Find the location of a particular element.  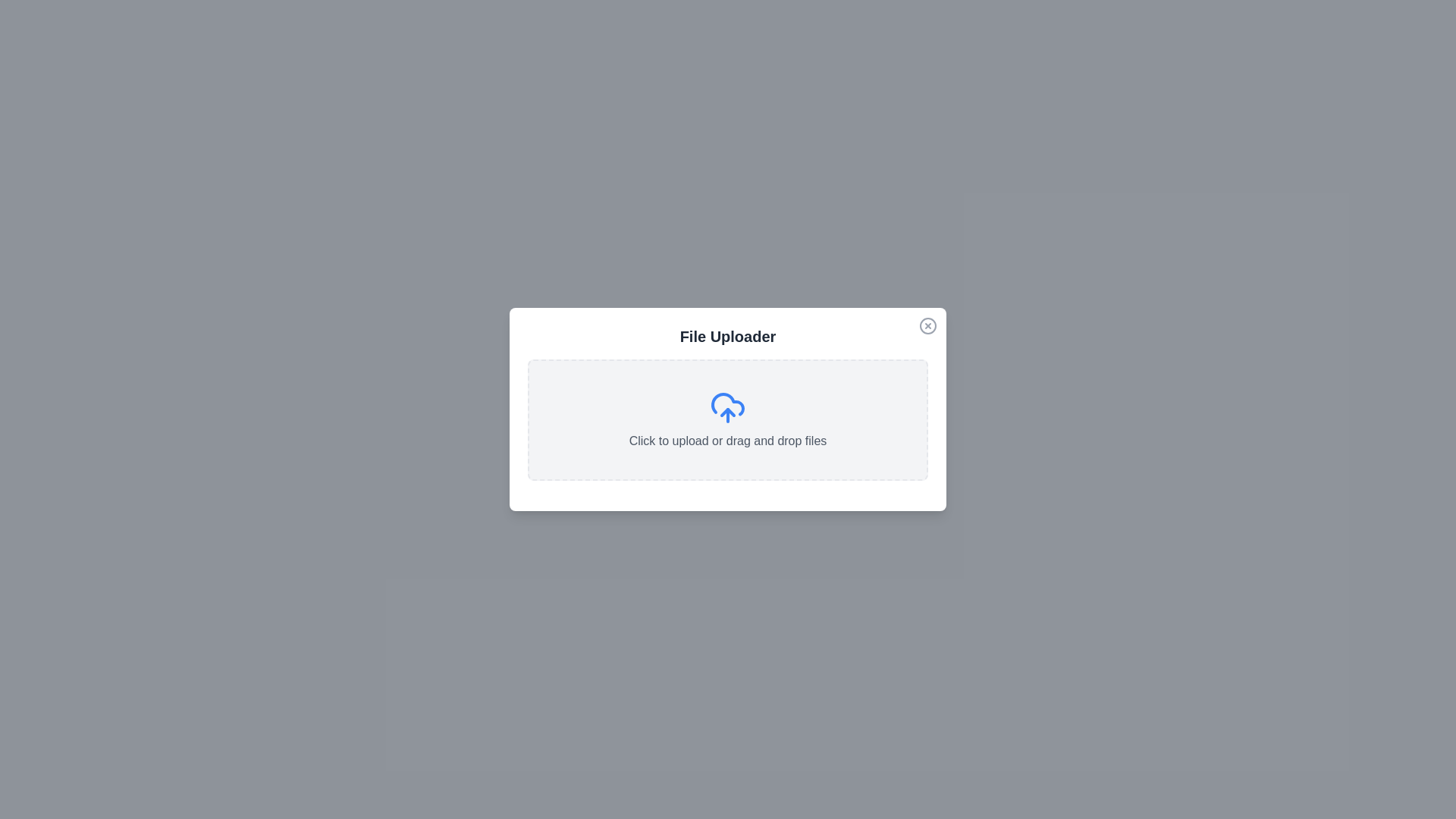

the file upload area to trigger the file selection dialog is located at coordinates (728, 420).